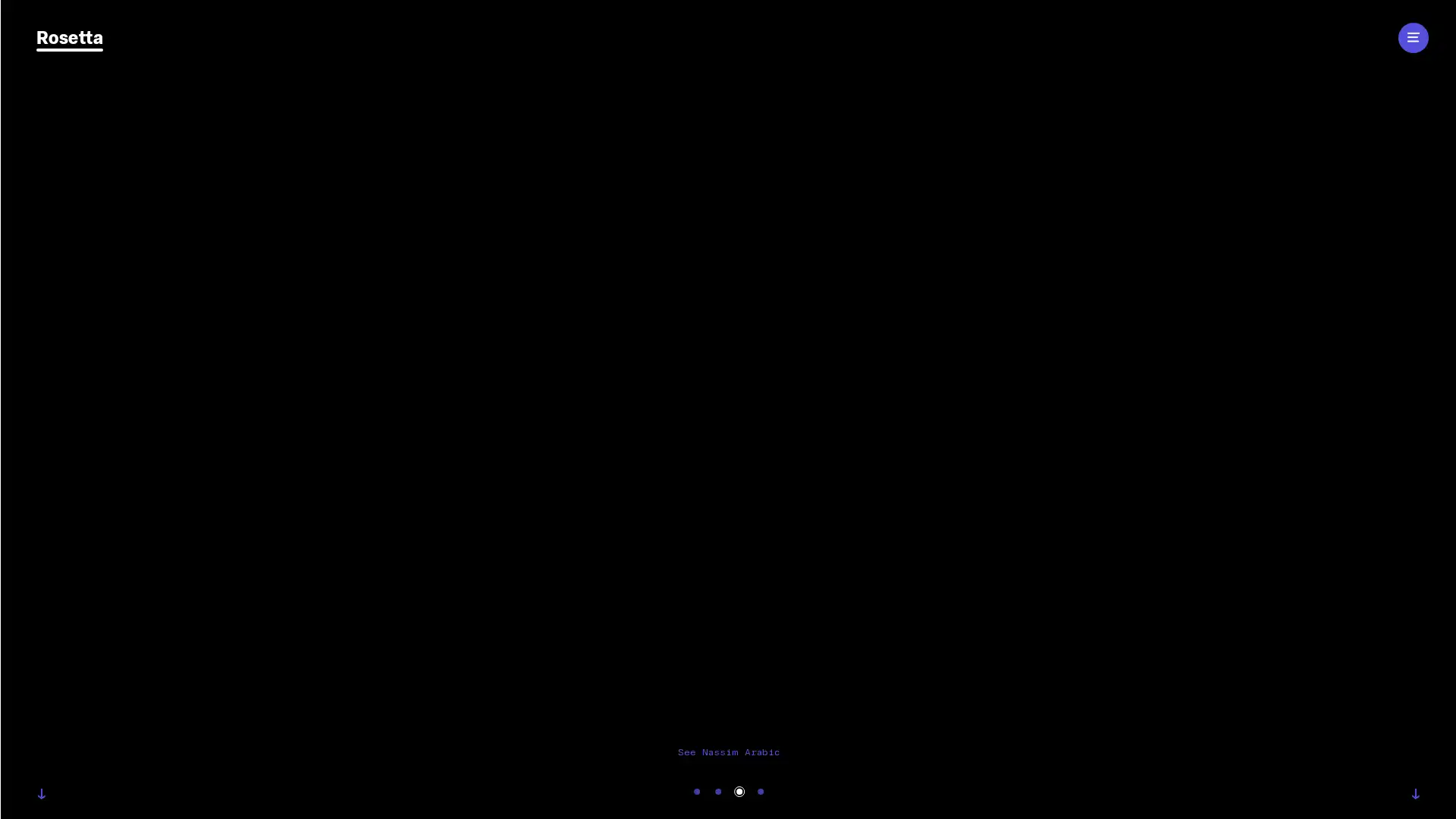 The width and height of the screenshot is (1456, 819). I want to click on Carousel Page 1, so click(695, 791).